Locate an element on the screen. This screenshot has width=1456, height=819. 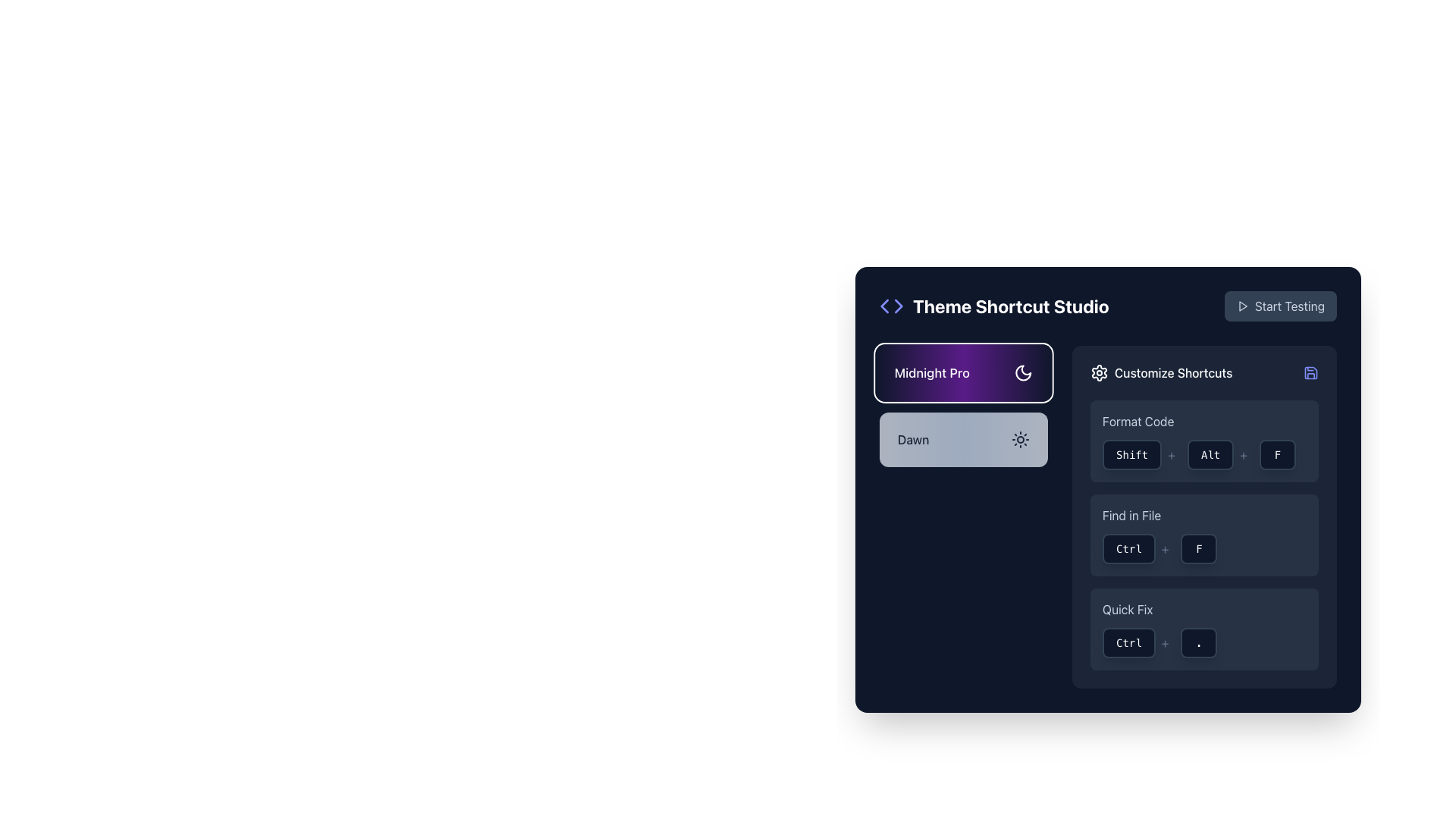
the Information display panel located in the right panel under 'Customize Shortcuts', adjacent to 'Midnight Pro' and 'Dawn' is located at coordinates (1203, 516).